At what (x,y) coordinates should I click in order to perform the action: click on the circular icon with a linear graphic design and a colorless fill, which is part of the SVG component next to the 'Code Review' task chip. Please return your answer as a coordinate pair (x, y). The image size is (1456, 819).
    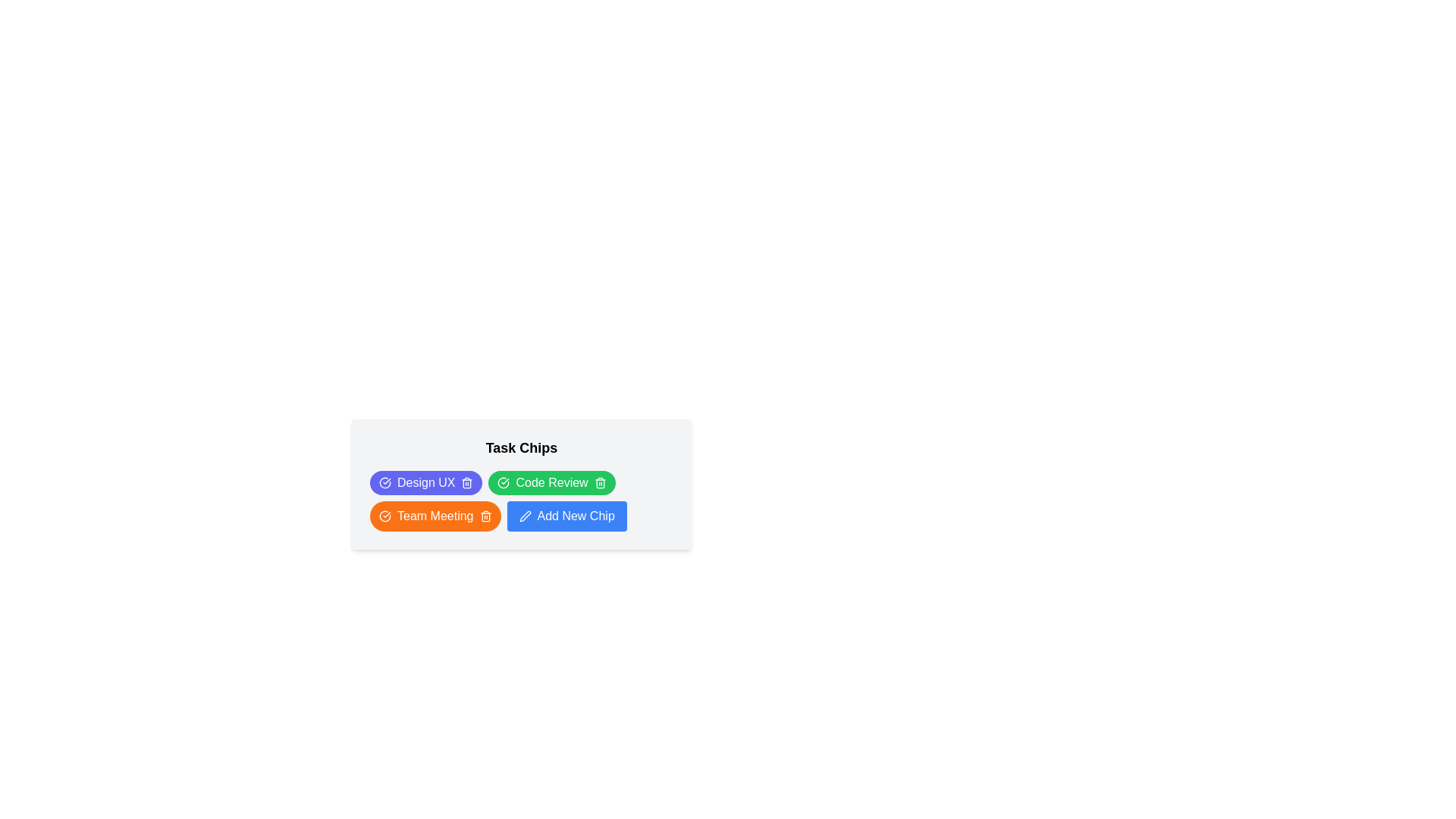
    Looking at the image, I should click on (385, 516).